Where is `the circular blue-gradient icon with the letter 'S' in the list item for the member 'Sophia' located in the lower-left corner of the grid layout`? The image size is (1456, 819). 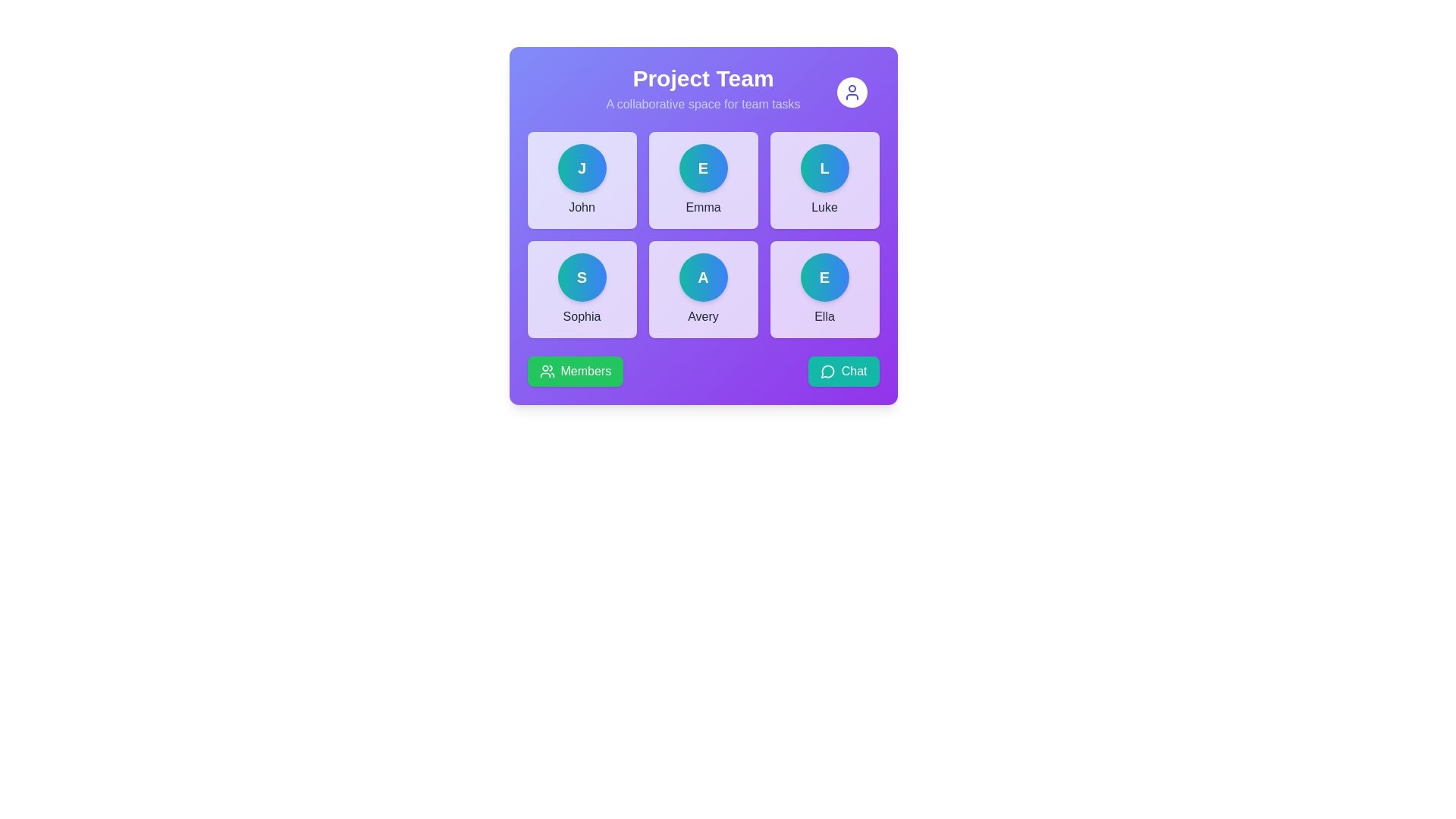
the circular blue-gradient icon with the letter 'S' in the list item for the member 'Sophia' located in the lower-left corner of the grid layout is located at coordinates (581, 289).